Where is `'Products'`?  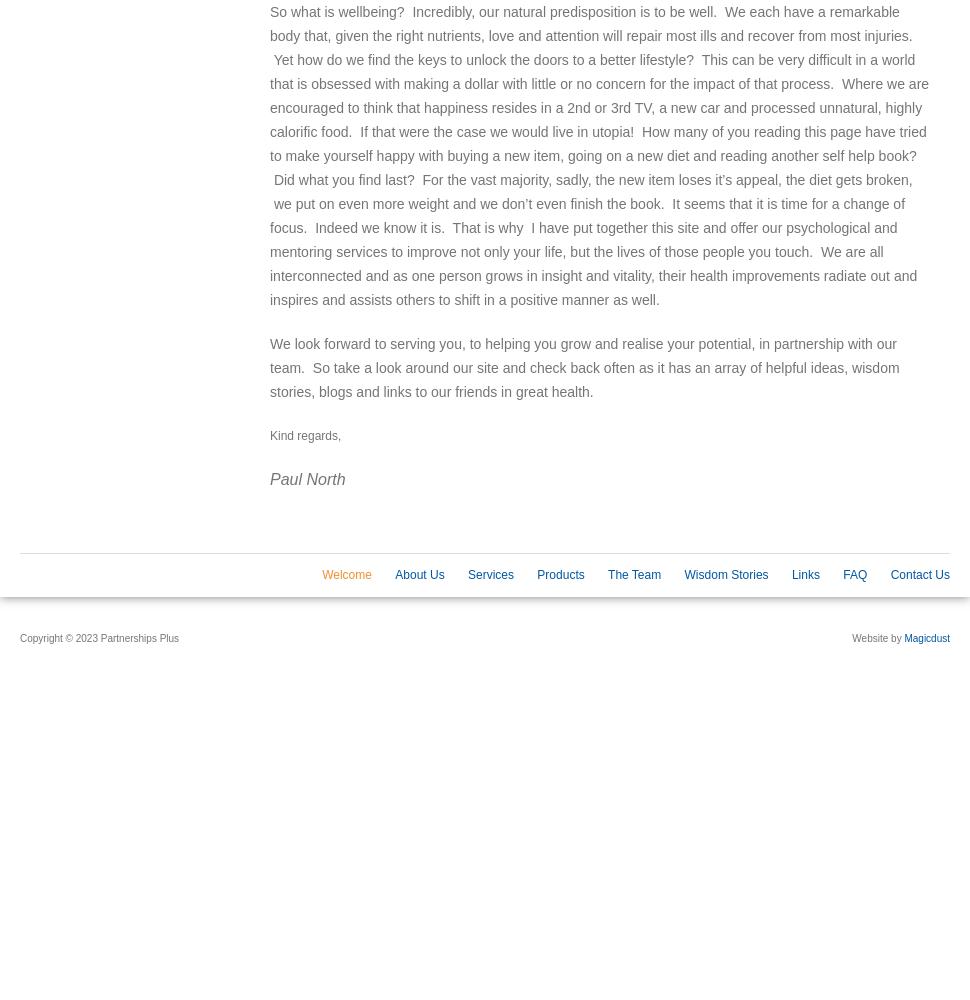 'Products' is located at coordinates (535, 574).